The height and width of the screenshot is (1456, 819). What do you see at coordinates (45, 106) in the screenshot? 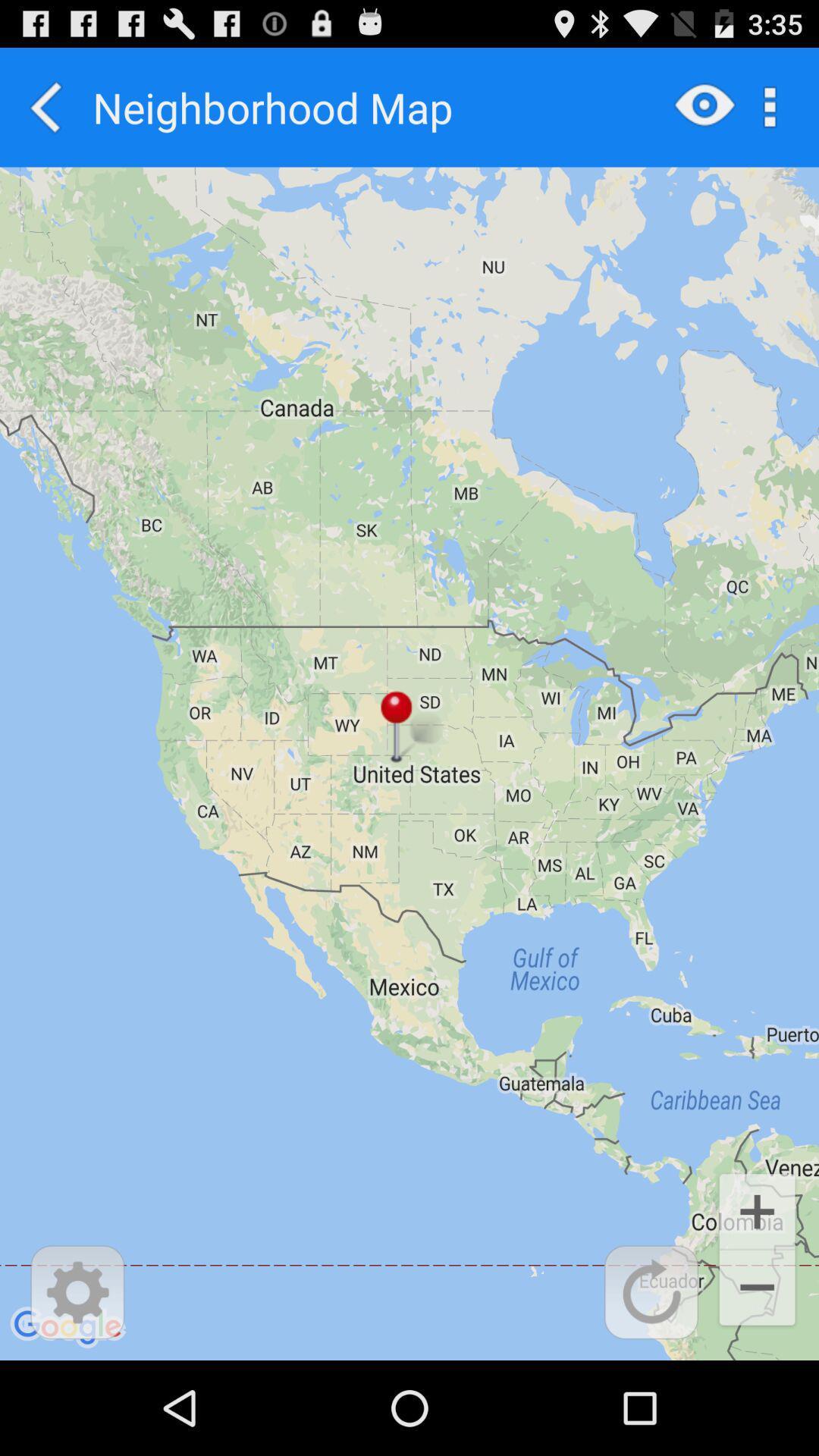
I see `app to the left of the neighborhood map icon` at bounding box center [45, 106].